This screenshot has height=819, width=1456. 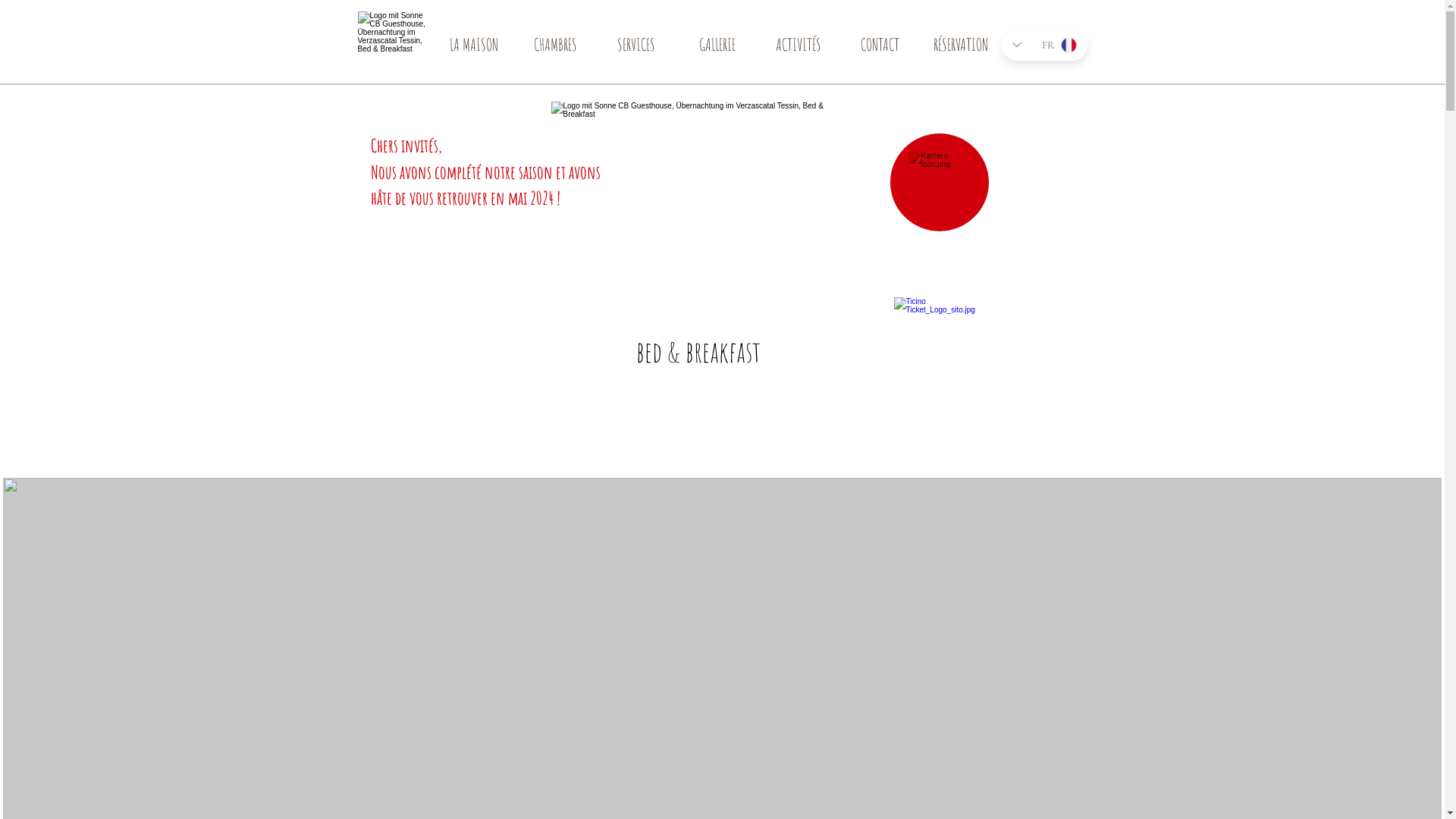 I want to click on 'GALLERIE', so click(x=716, y=49).